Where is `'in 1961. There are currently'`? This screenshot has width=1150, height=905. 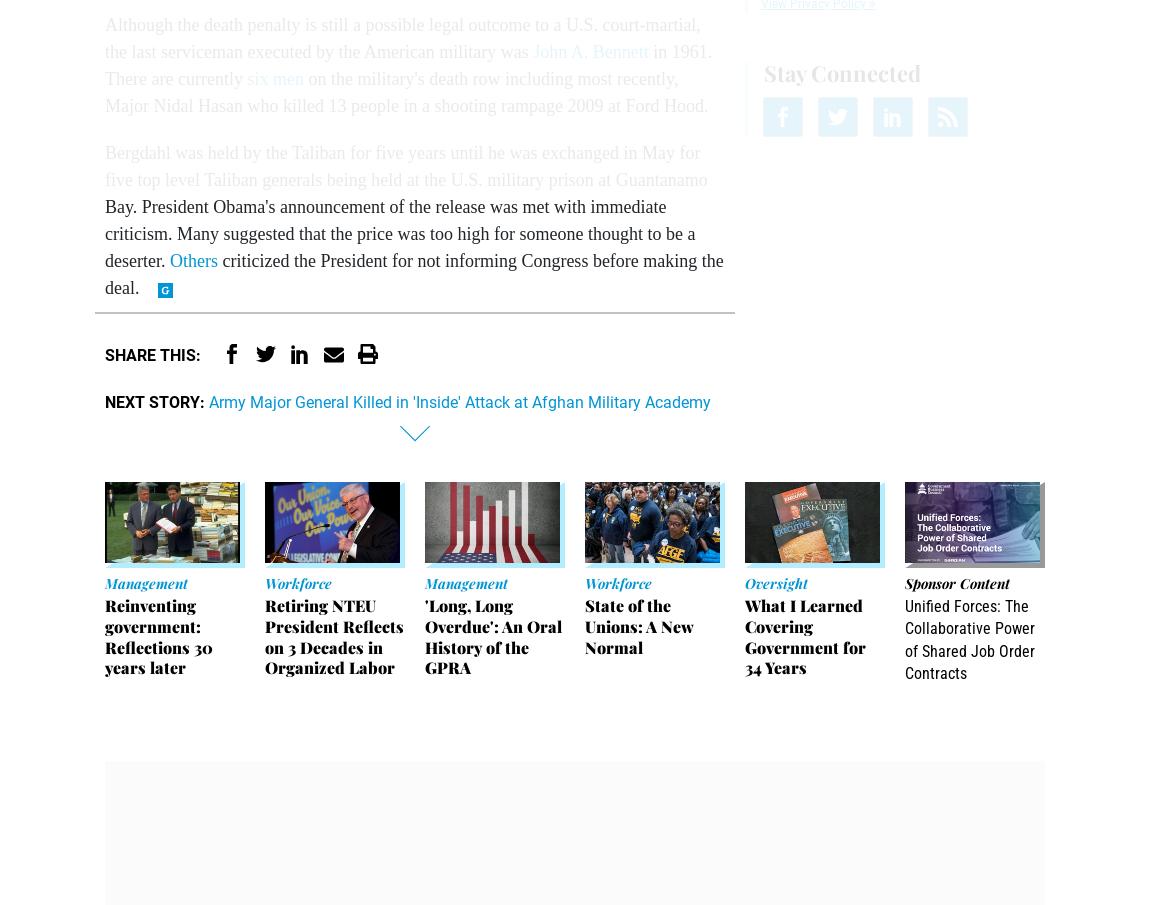
'in 1961. There are currently' is located at coordinates (103, 65).